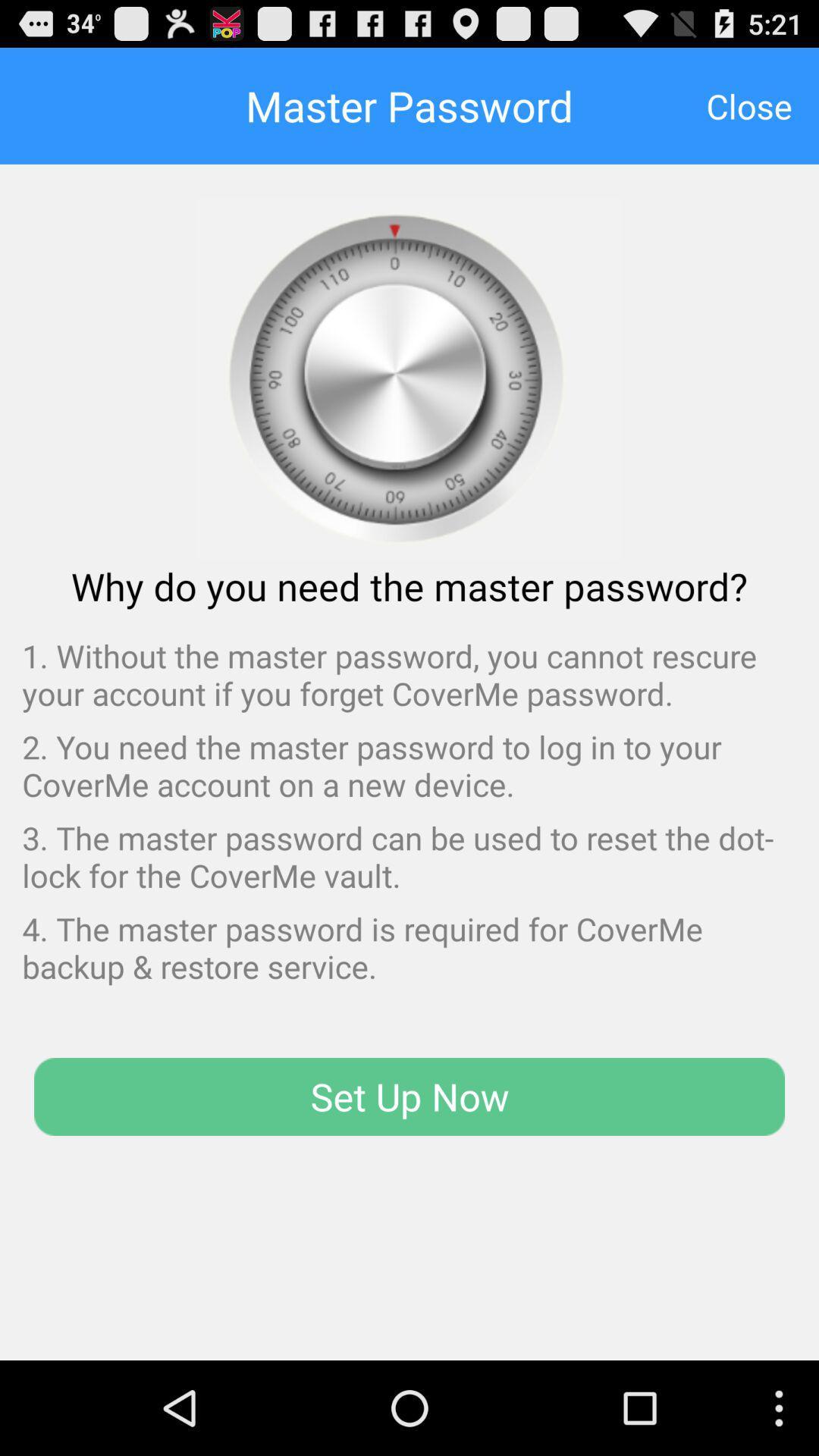 This screenshot has height=1456, width=819. What do you see at coordinates (748, 105) in the screenshot?
I see `icon to the right of master password` at bounding box center [748, 105].